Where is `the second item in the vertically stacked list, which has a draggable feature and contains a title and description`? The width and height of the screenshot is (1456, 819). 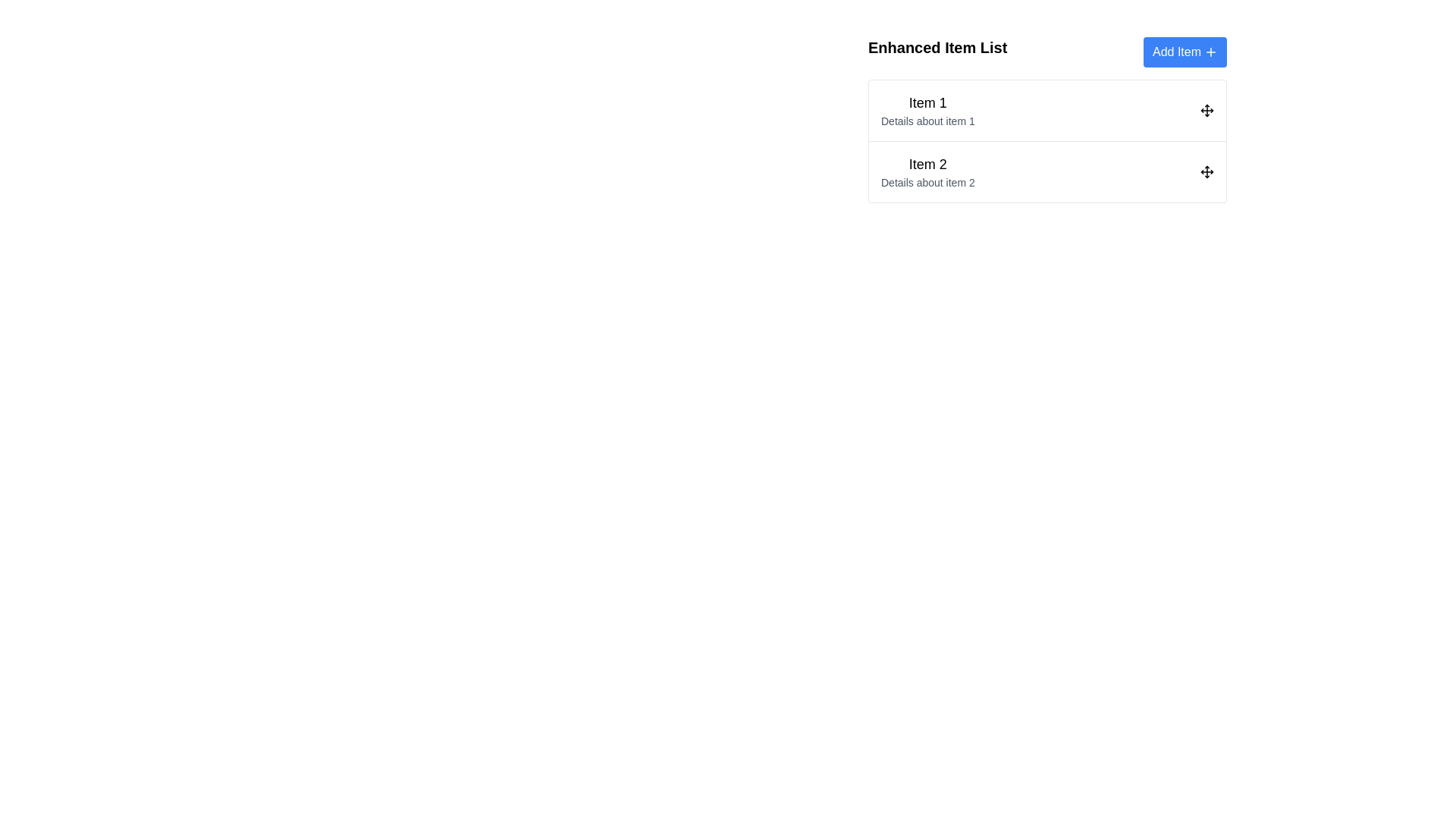 the second item in the vertically stacked list, which has a draggable feature and contains a title and description is located at coordinates (1046, 171).